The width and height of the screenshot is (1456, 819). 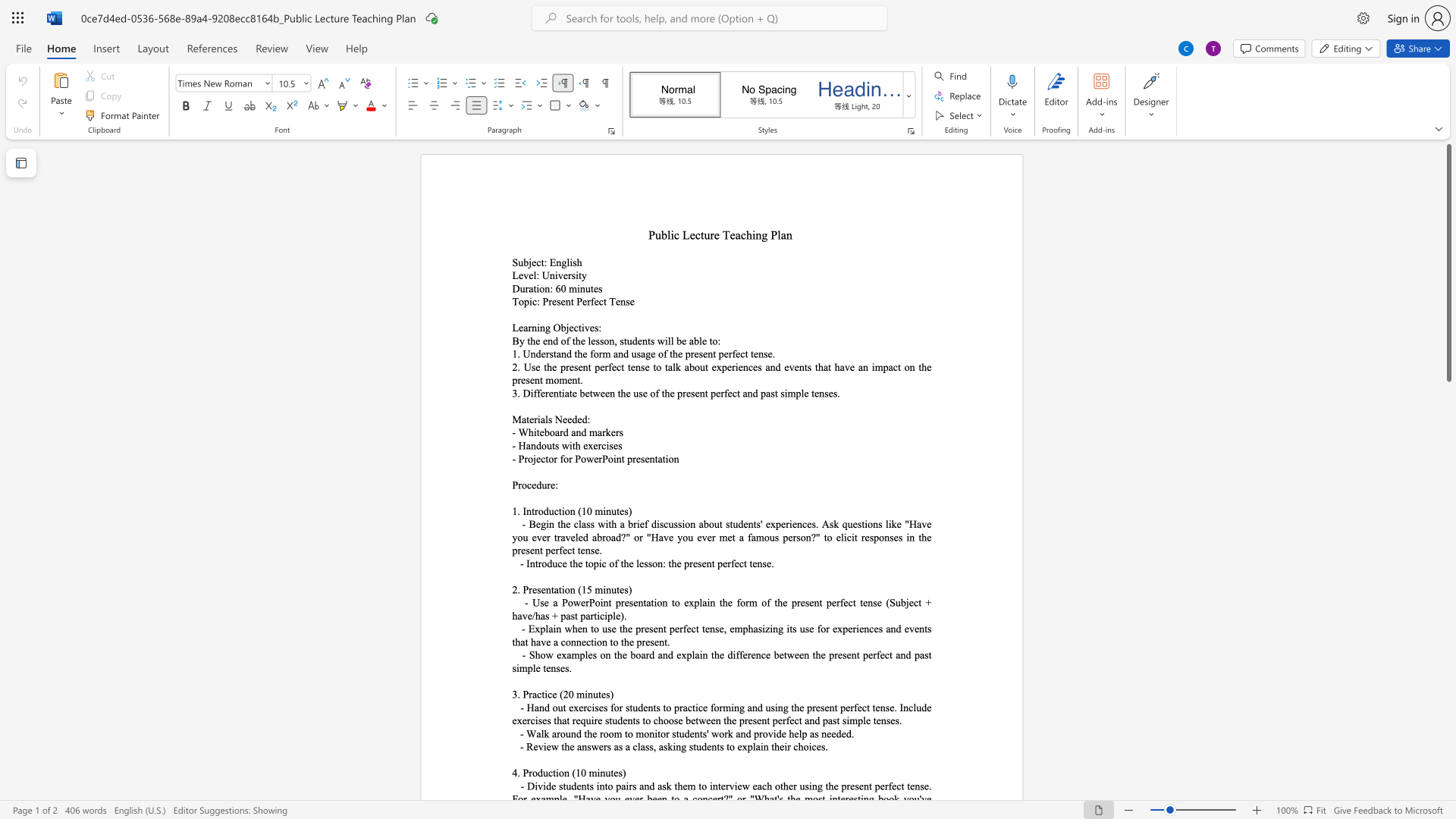 What do you see at coordinates (548, 458) in the screenshot?
I see `the space between the continuous character "t" and "o" in the text` at bounding box center [548, 458].